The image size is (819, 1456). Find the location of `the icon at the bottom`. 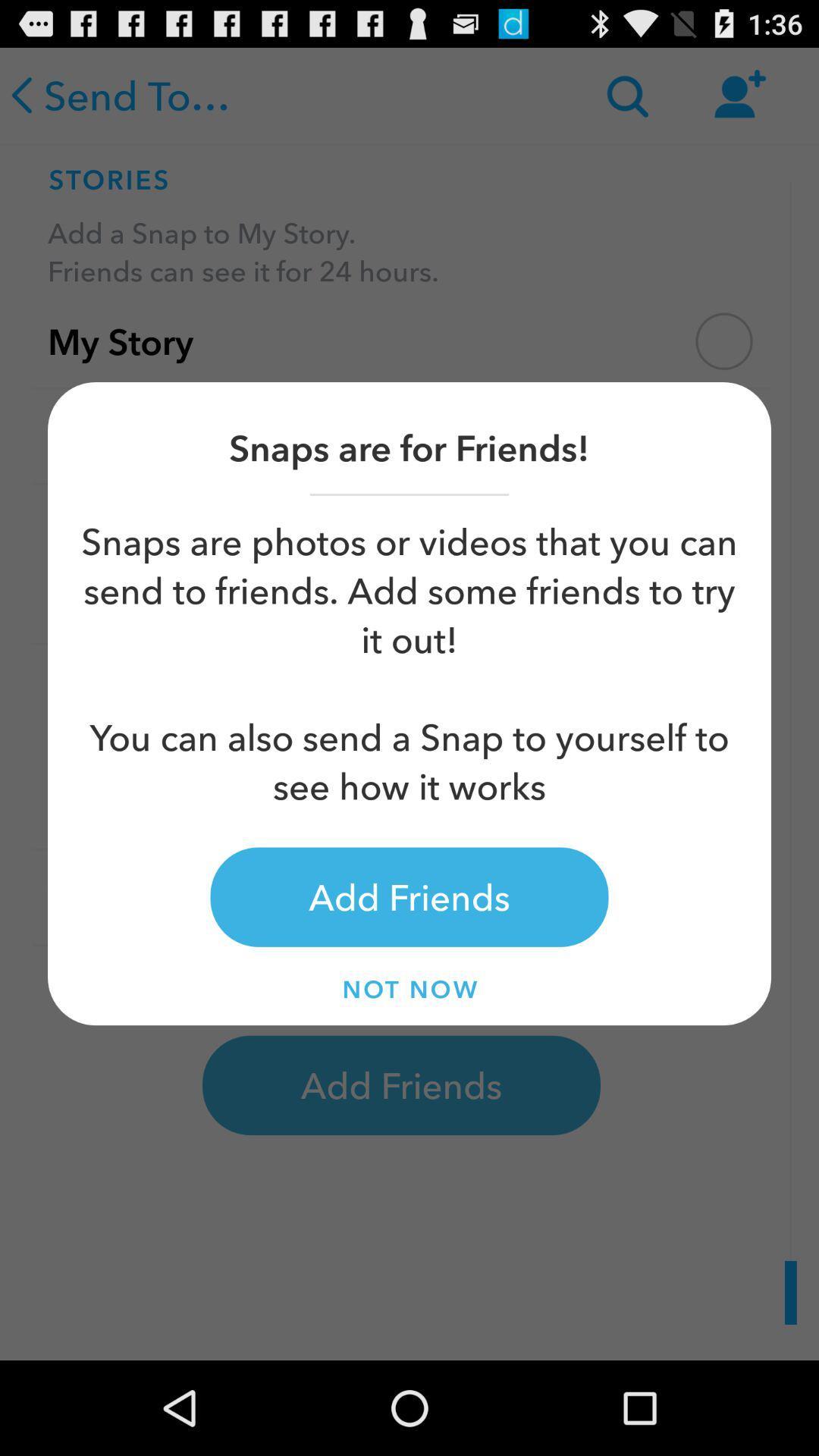

the icon at the bottom is located at coordinates (409, 989).